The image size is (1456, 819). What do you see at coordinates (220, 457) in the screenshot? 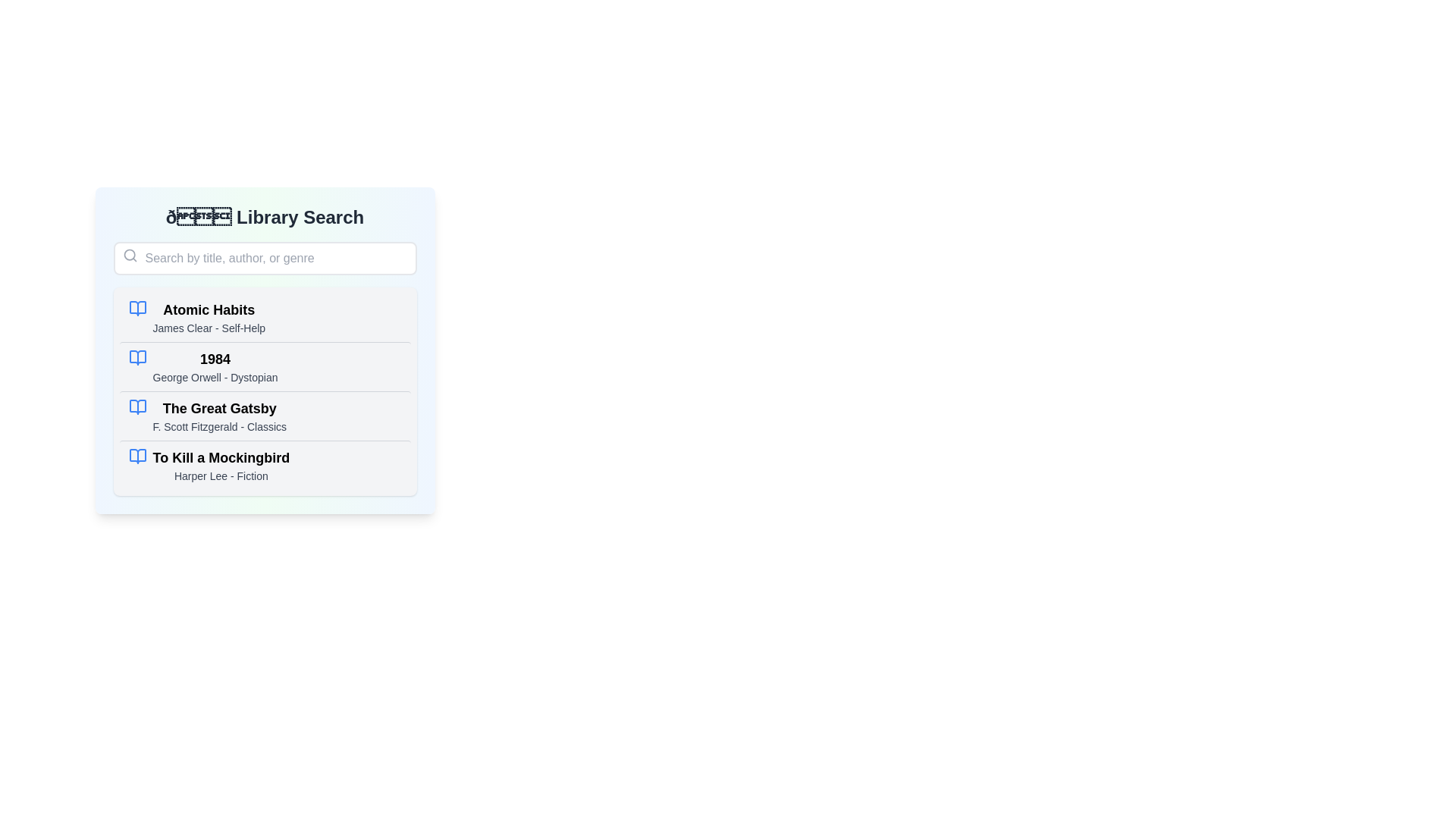
I see `the title text 'To Kill a Mockingbird' located in the fourth book entry` at bounding box center [220, 457].